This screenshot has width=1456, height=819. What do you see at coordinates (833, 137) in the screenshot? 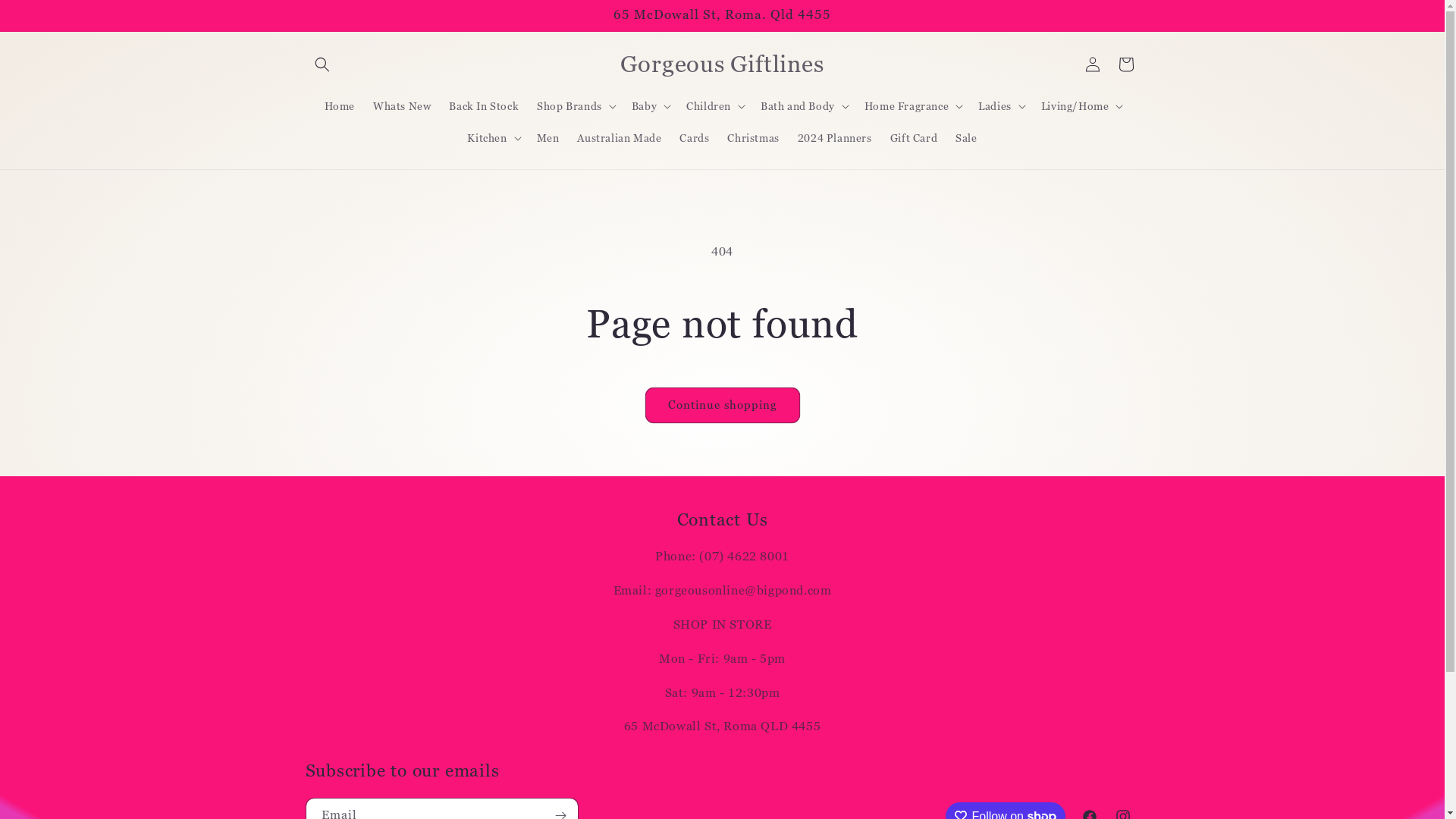
I see `'2024 Planners'` at bounding box center [833, 137].